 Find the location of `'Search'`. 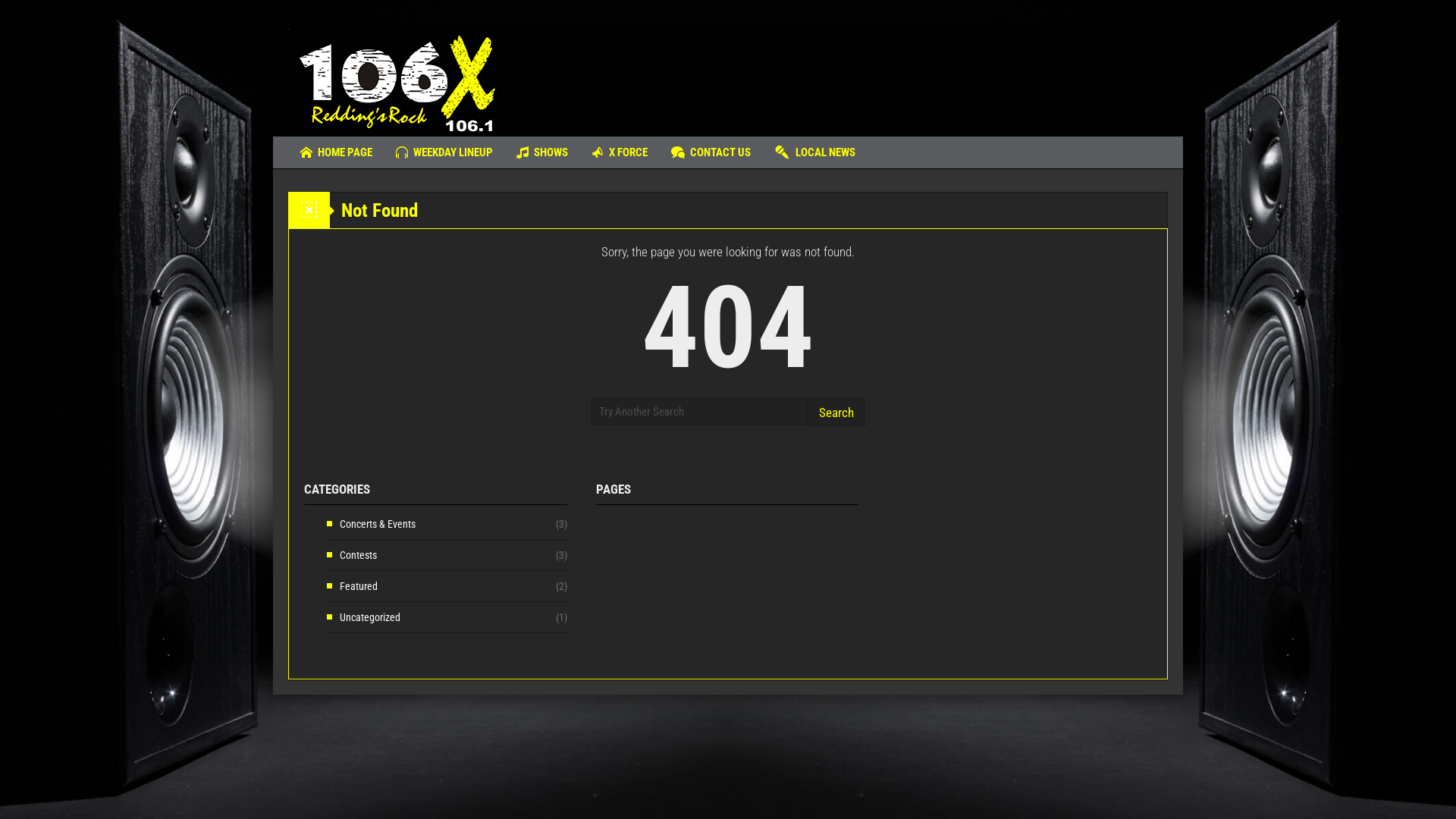

'Search' is located at coordinates (835, 412).